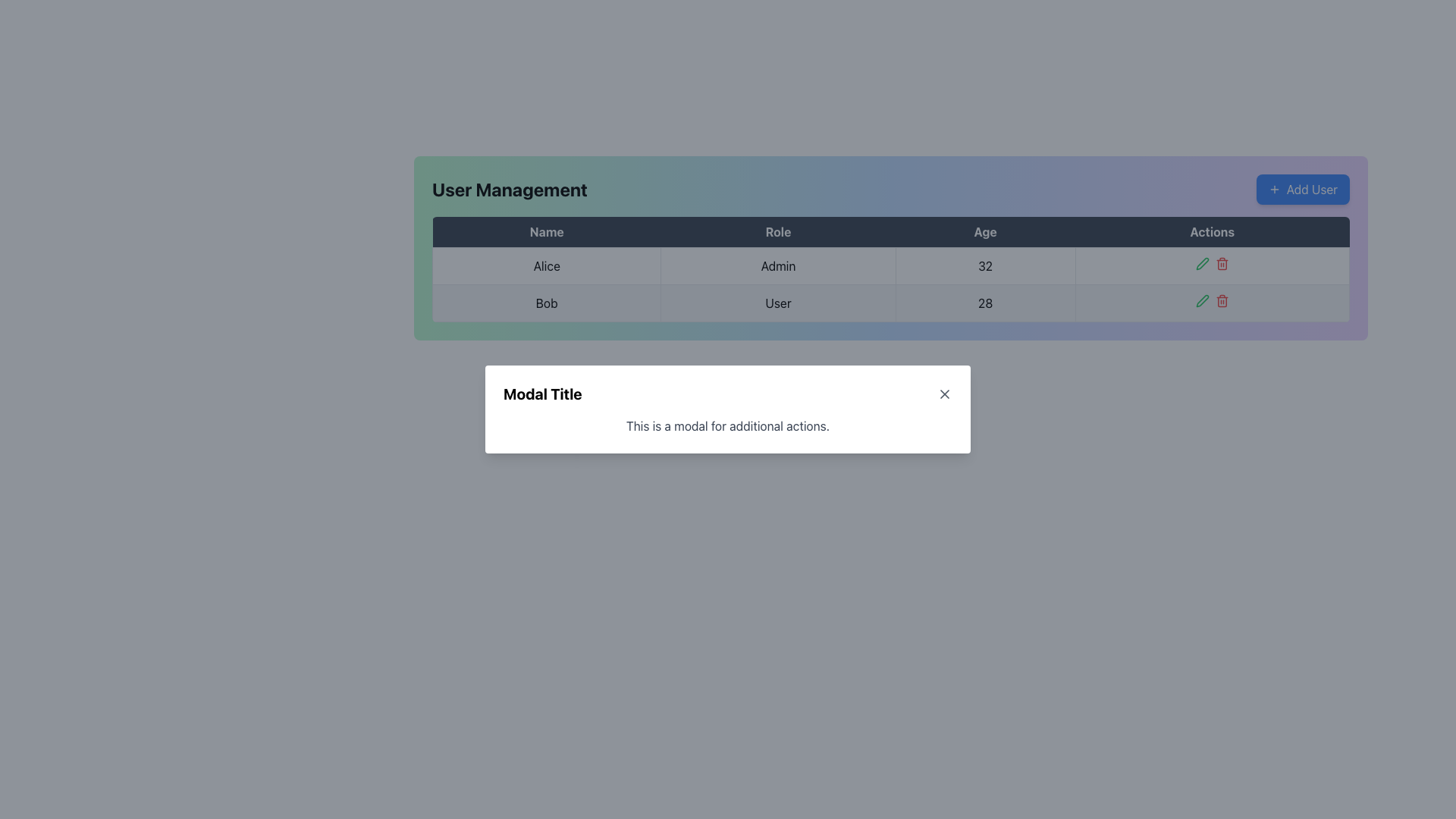 The height and width of the screenshot is (819, 1456). I want to click on the action cell in the 'Actions' column corresponding to user 'Alice', so click(1211, 265).